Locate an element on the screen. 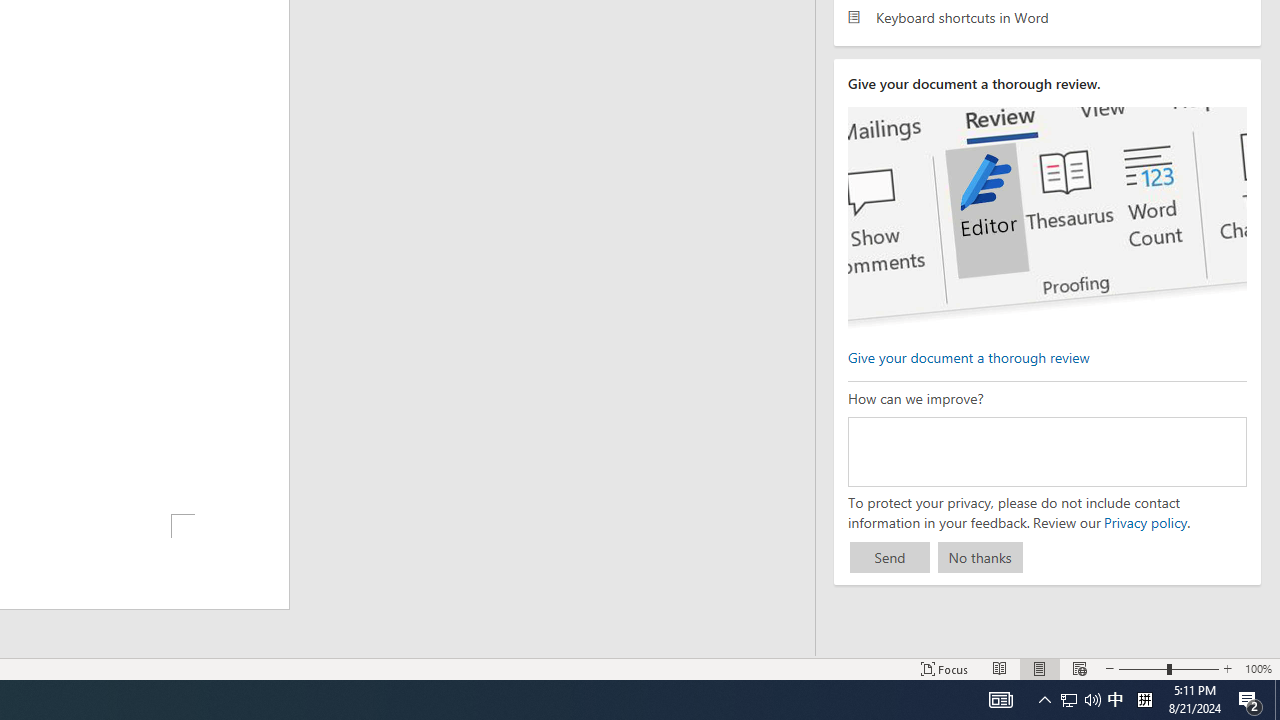 The image size is (1280, 720). 'Web Layout' is located at coordinates (1078, 669).